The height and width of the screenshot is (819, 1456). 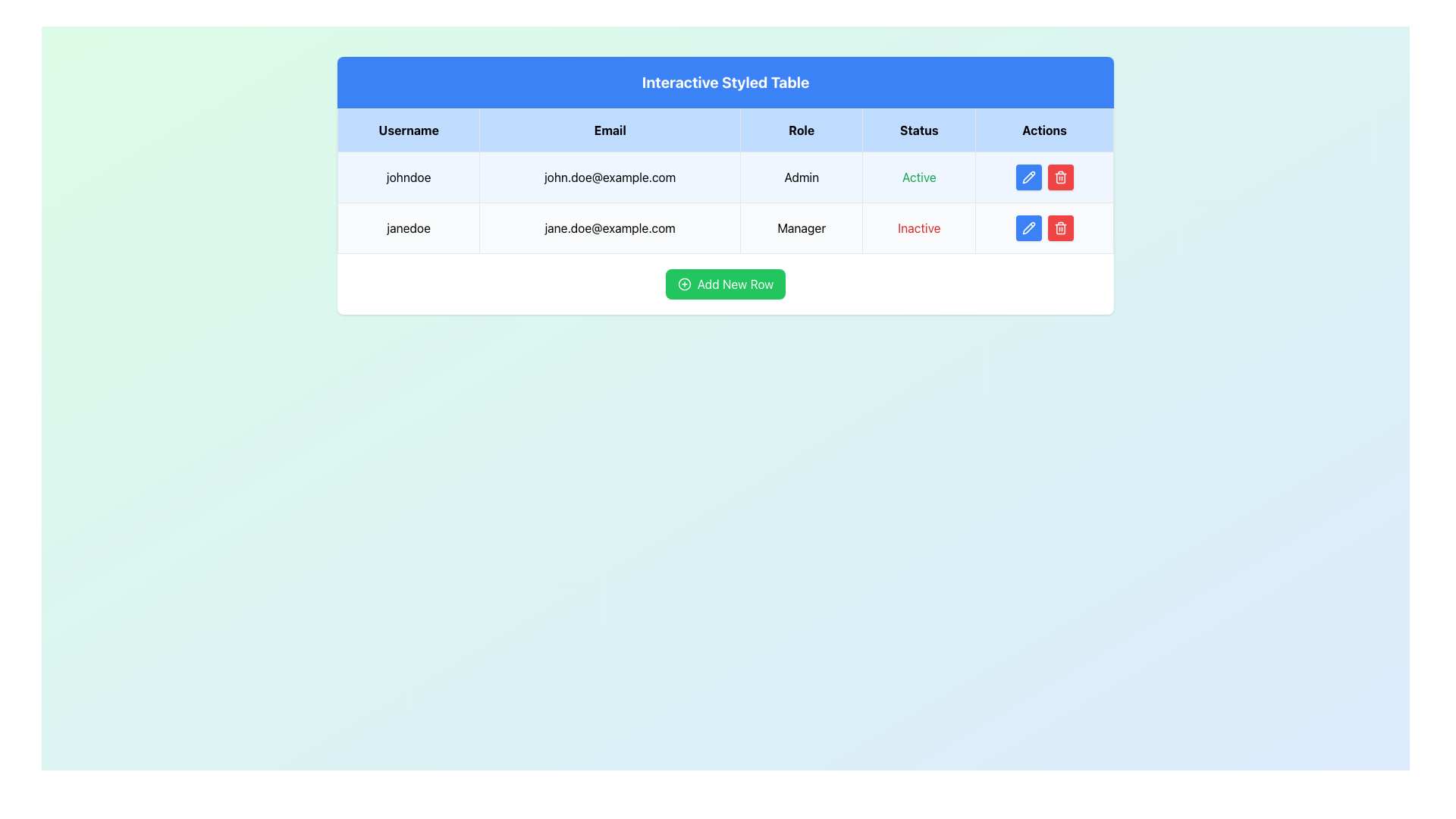 What do you see at coordinates (1059, 177) in the screenshot?
I see `the delete button in the Actions column of the second row` at bounding box center [1059, 177].